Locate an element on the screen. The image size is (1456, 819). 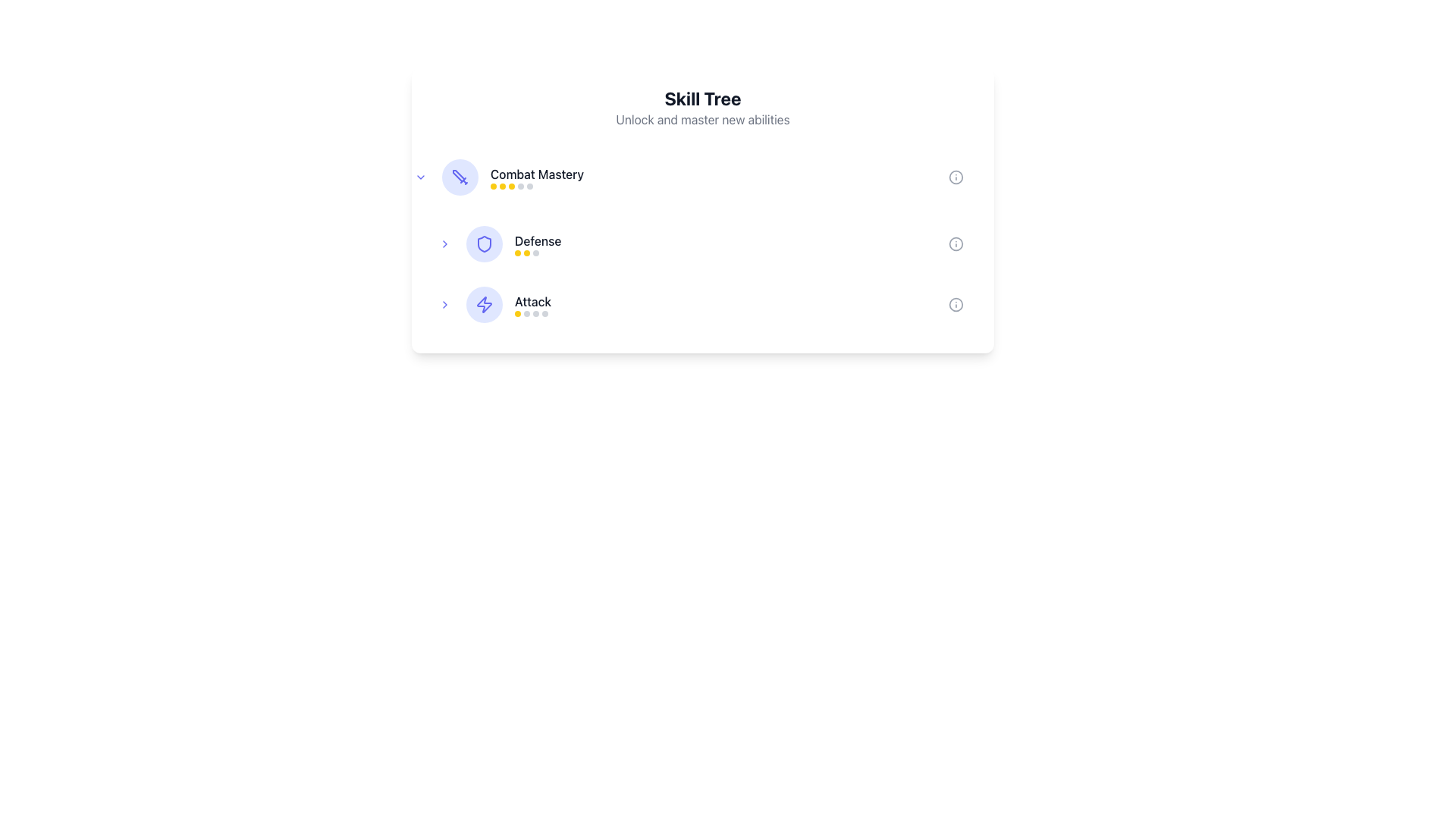
the circular informational icon with a gray outline and a small dot inside, positioned at the far right edge of the 'Attack' row in the skill categories is located at coordinates (955, 304).